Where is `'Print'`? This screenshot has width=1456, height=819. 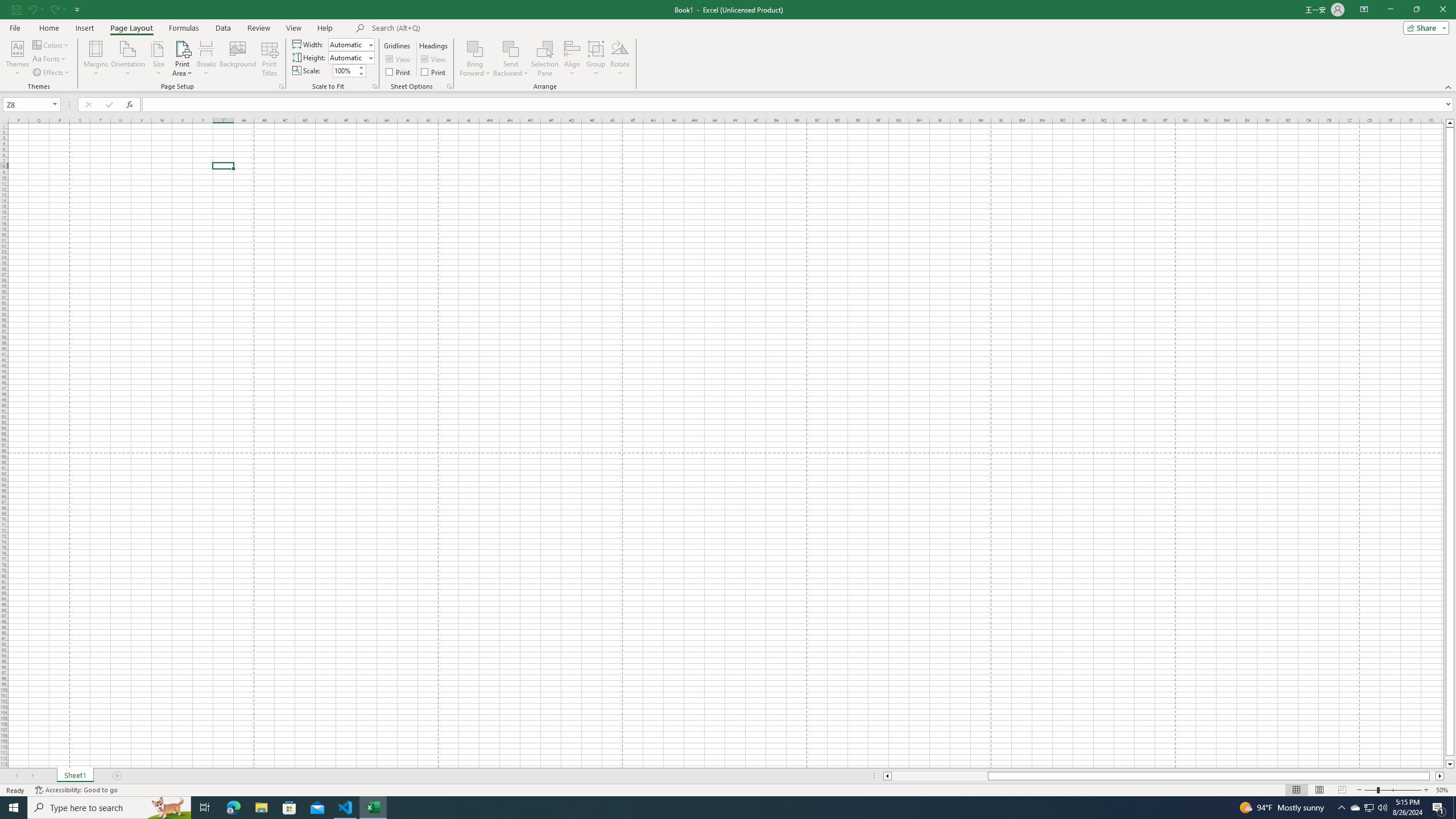
'Print' is located at coordinates (434, 72).